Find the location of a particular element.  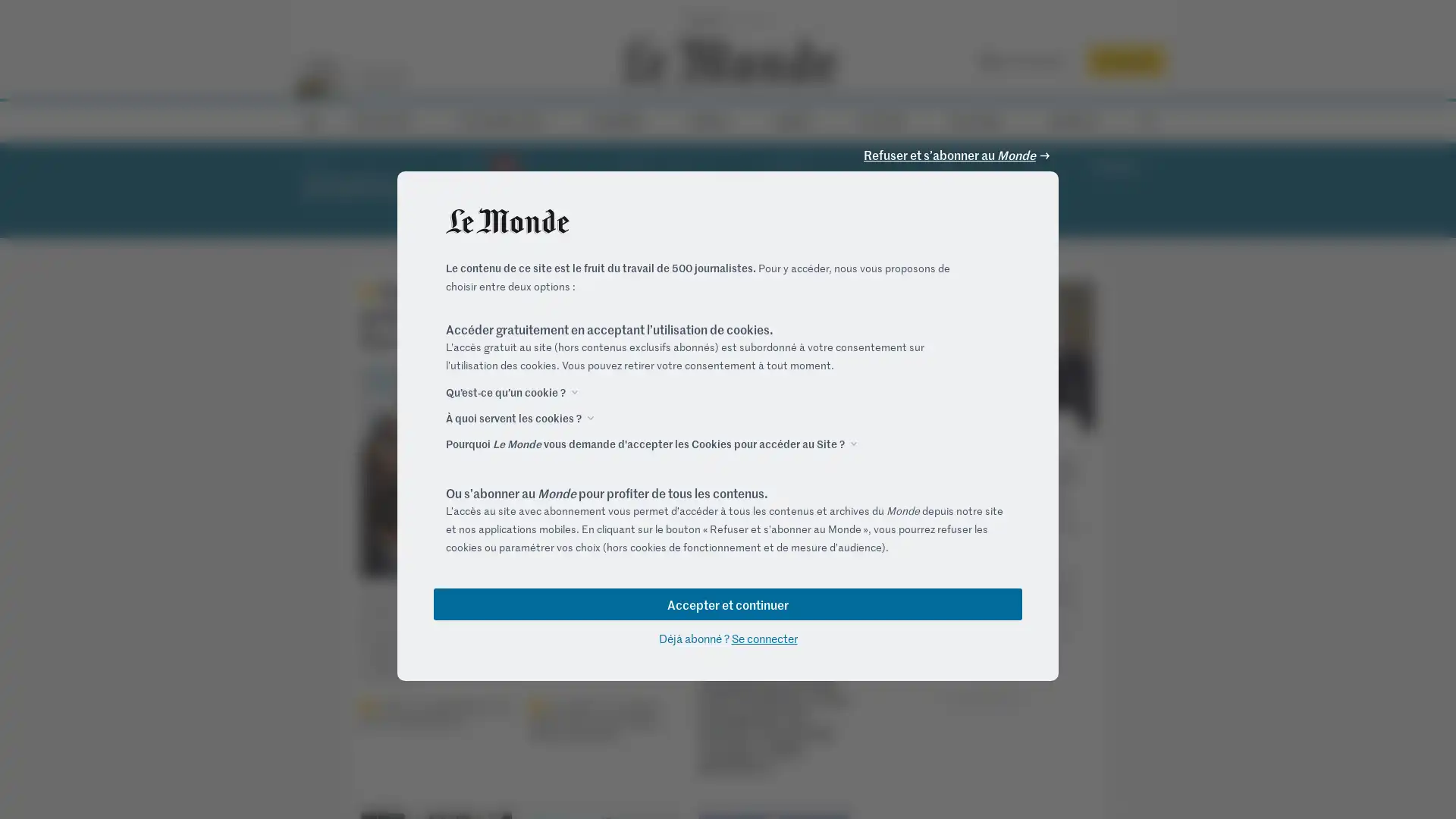

Quest-ce quun cookie ? is located at coordinates (506, 391).